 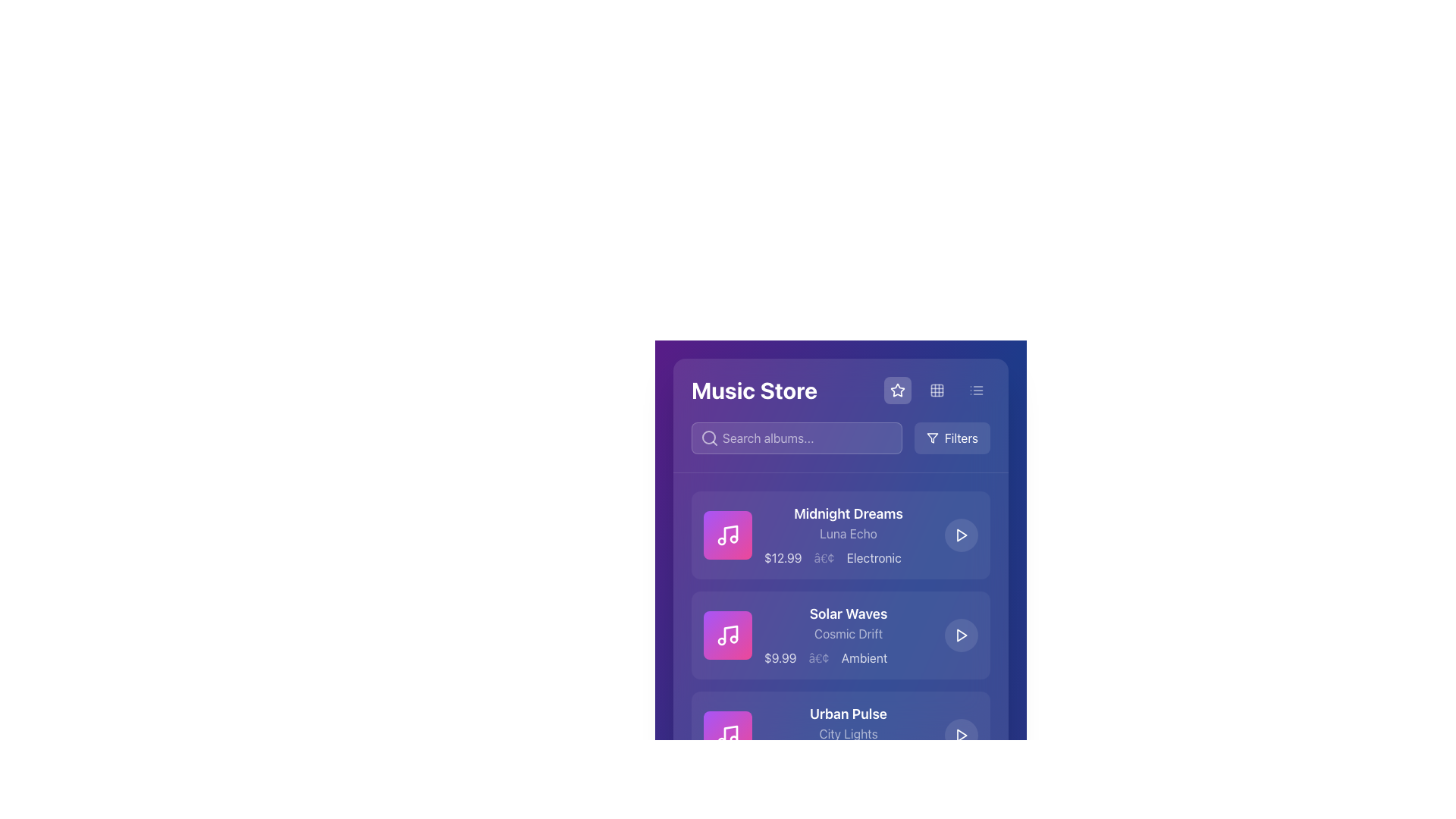 I want to click on the small circular dot (•) delimiter located between the price '$12.99' and the genre 'Electronic' in the album row for 'Midnight Dreams', so click(x=824, y=558).